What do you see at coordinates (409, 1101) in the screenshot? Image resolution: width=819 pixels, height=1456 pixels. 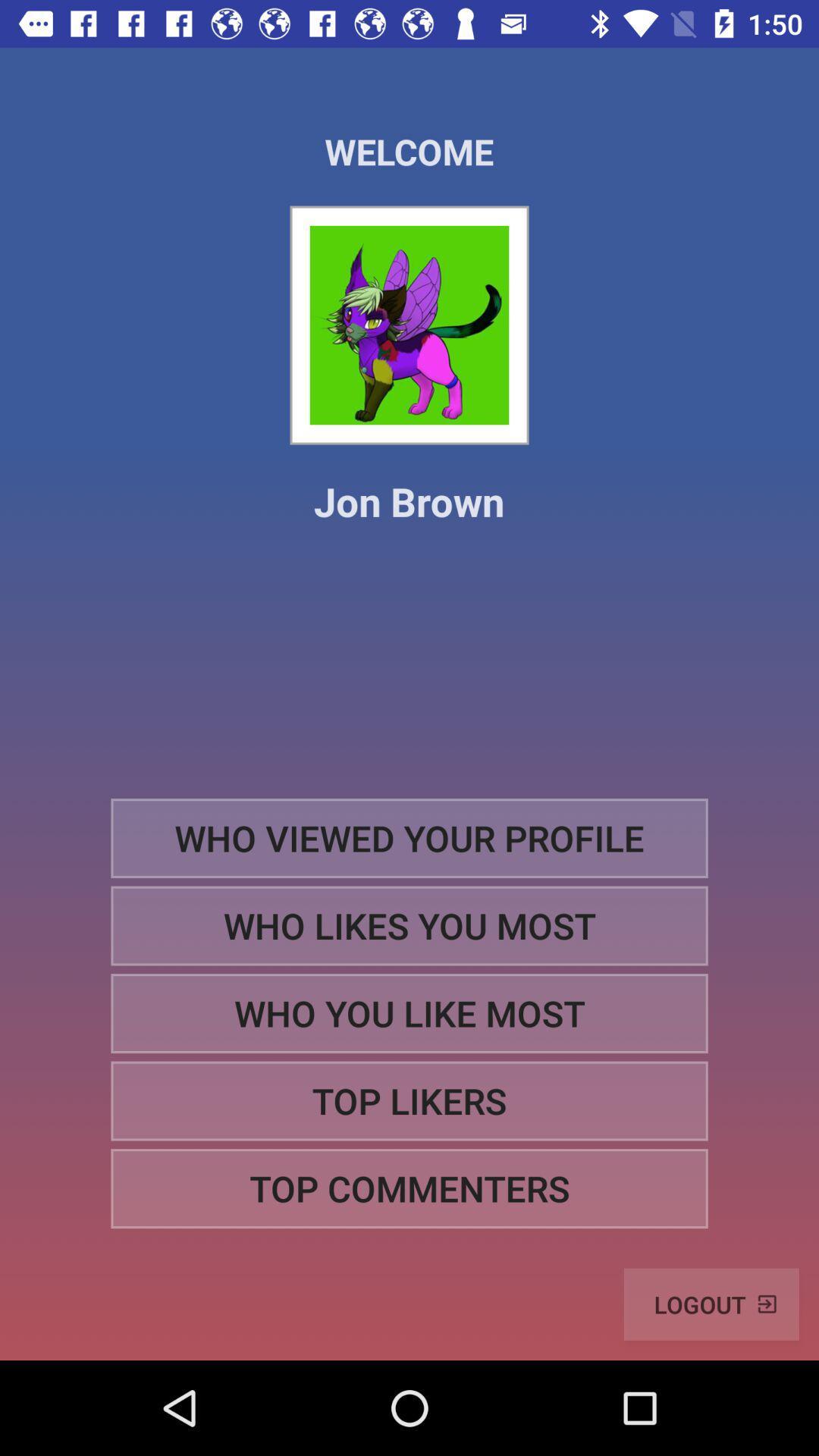 I see `the item below the who you like item` at bounding box center [409, 1101].